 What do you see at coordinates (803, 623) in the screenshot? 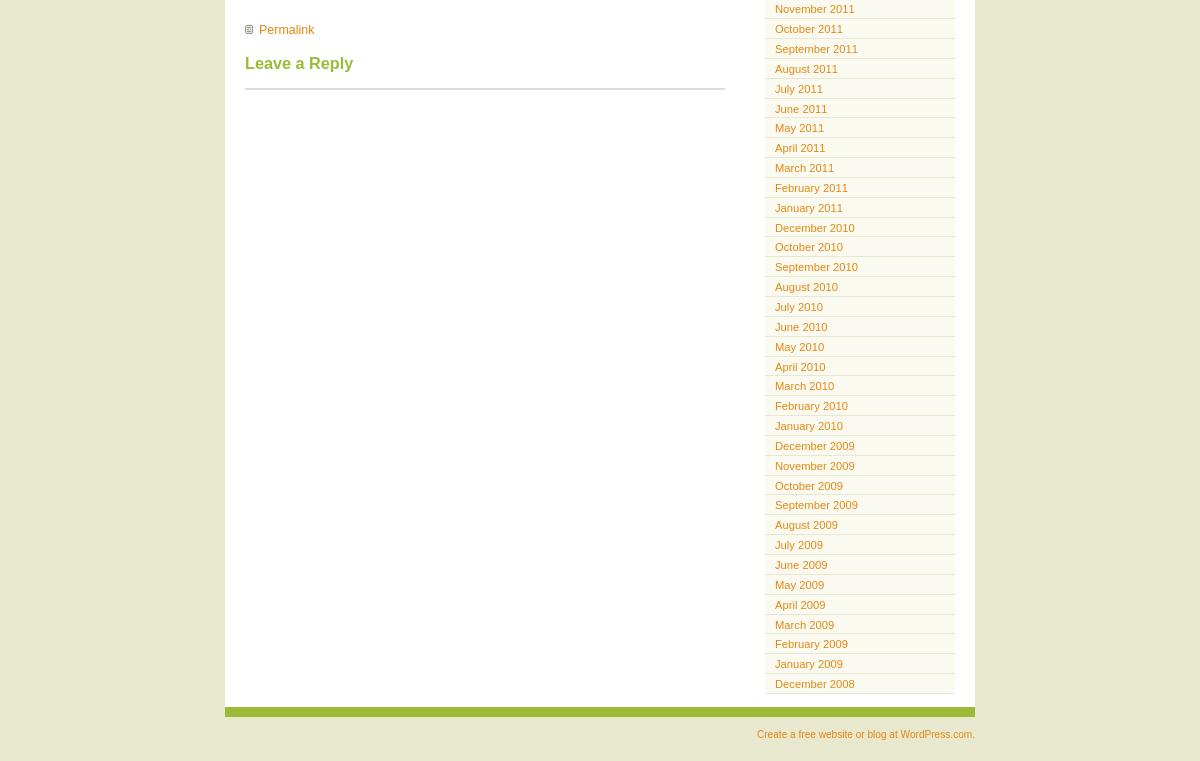
I see `'March 2009'` at bounding box center [803, 623].